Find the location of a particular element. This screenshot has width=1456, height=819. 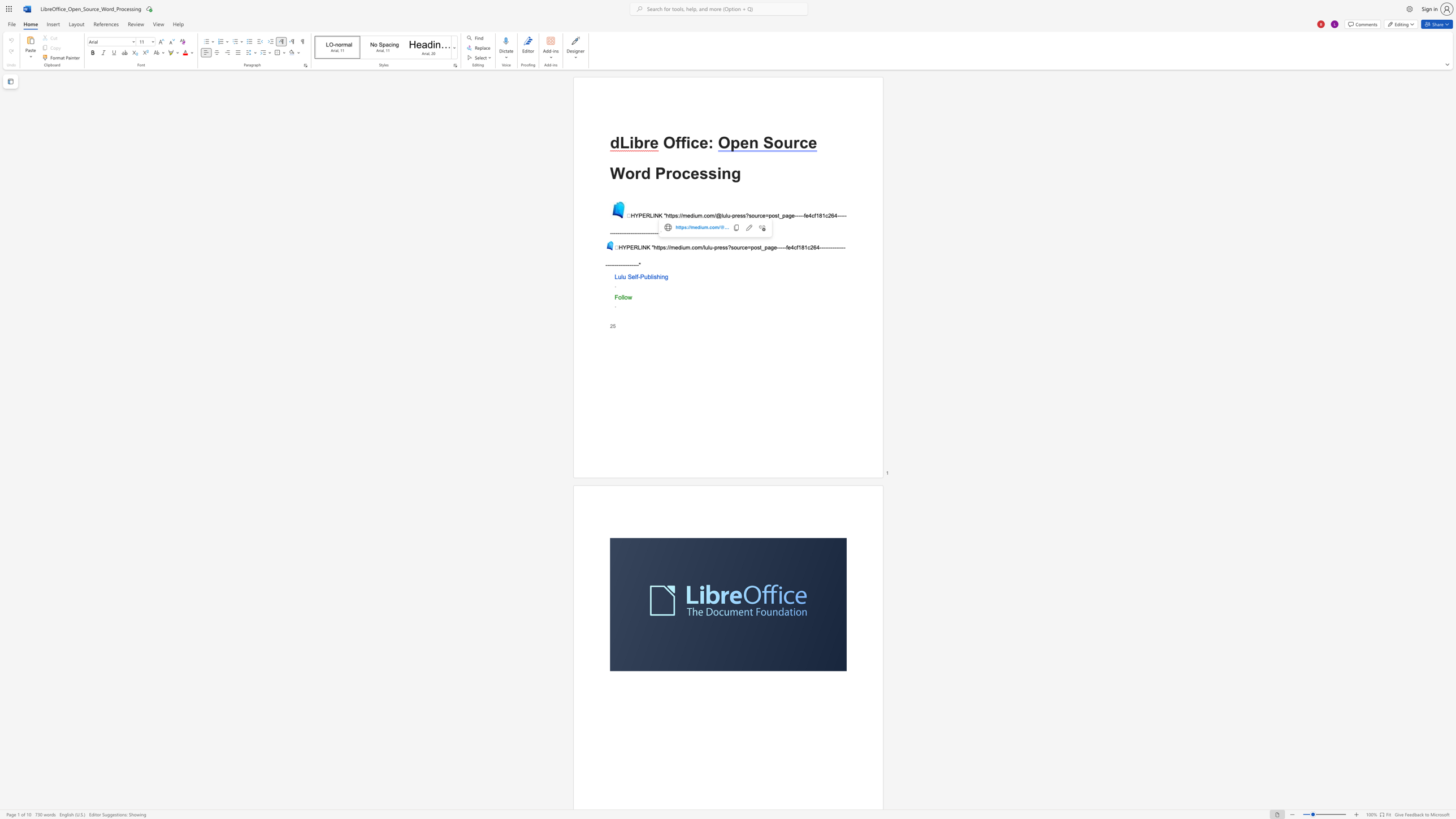

the space between the continuous character "l" and "f" in the text is located at coordinates (636, 276).